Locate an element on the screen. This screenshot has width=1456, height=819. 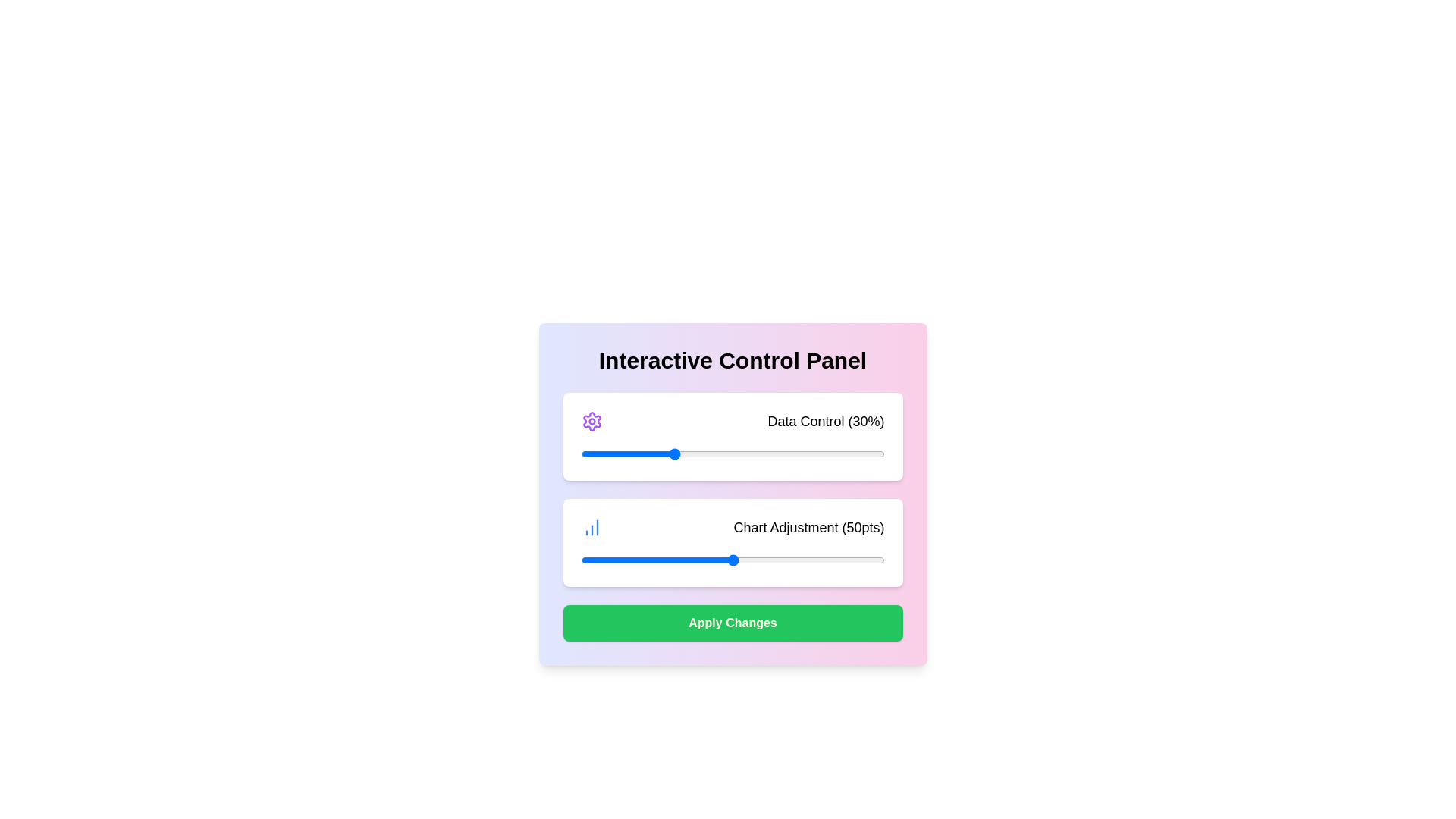
the 'Data Control' slider to 21% is located at coordinates (645, 453).